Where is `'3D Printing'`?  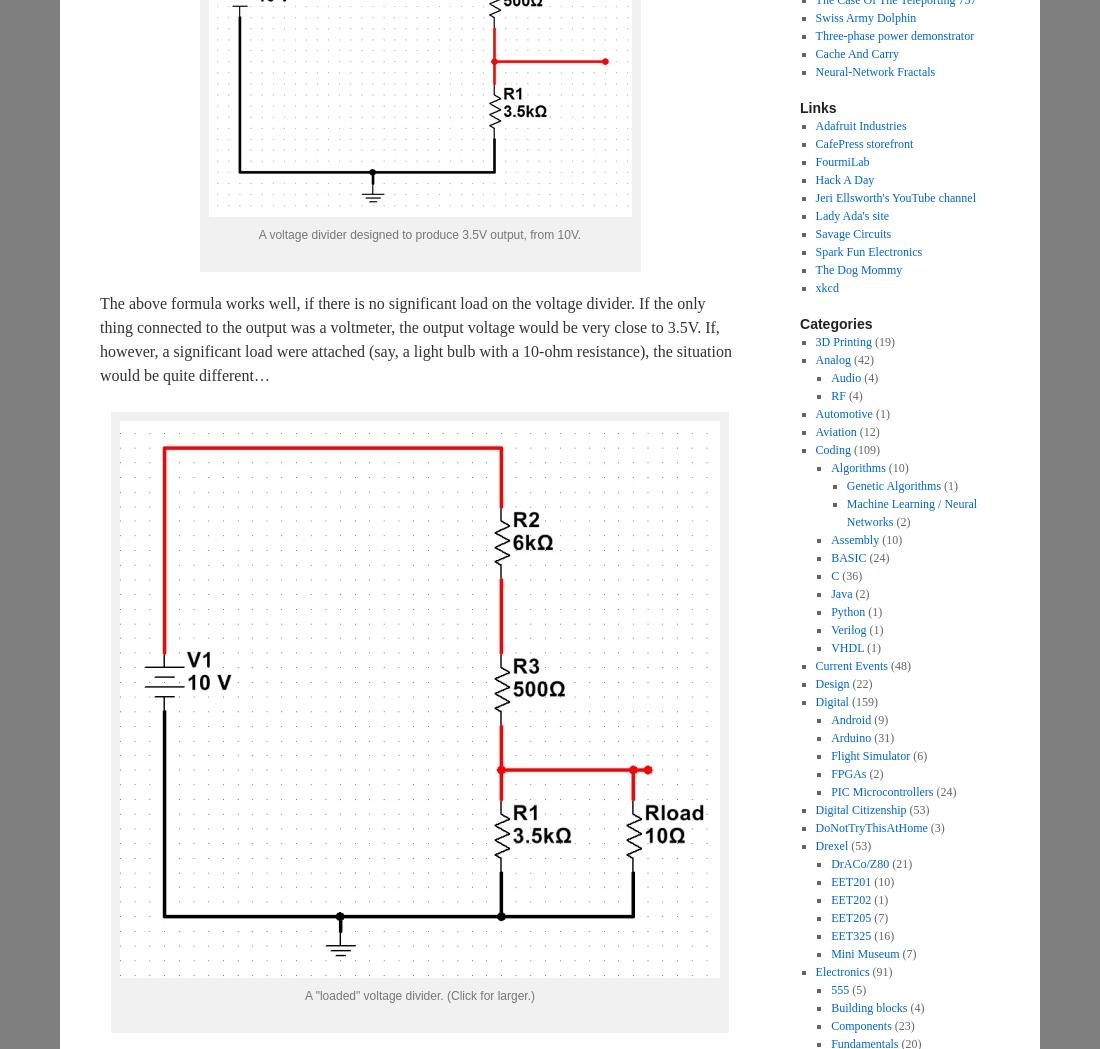 '3D Printing' is located at coordinates (842, 340).